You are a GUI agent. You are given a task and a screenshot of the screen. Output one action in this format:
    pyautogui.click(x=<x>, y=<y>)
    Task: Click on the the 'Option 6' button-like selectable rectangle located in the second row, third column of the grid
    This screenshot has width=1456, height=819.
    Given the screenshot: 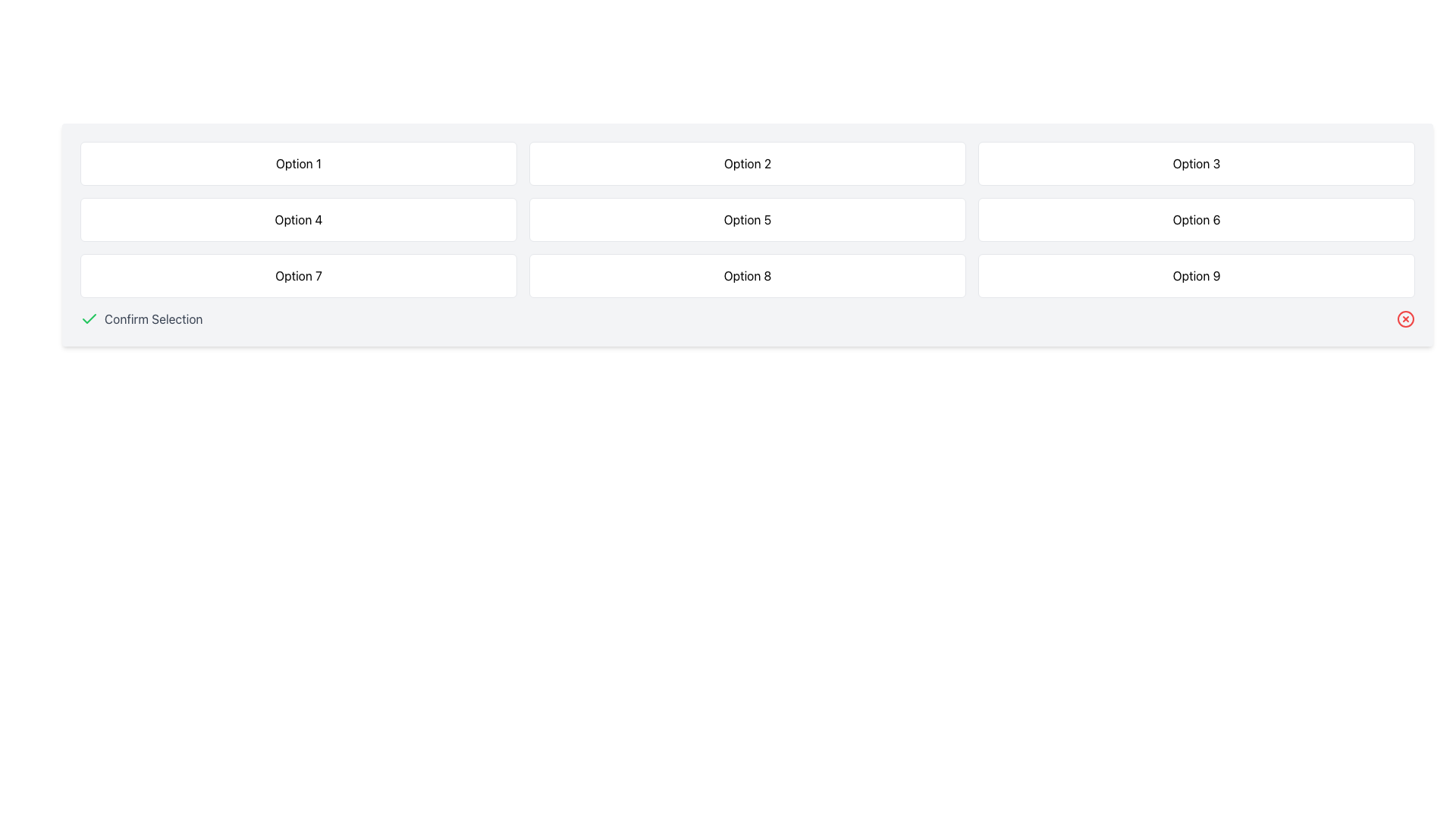 What is the action you would take?
    pyautogui.click(x=1196, y=219)
    